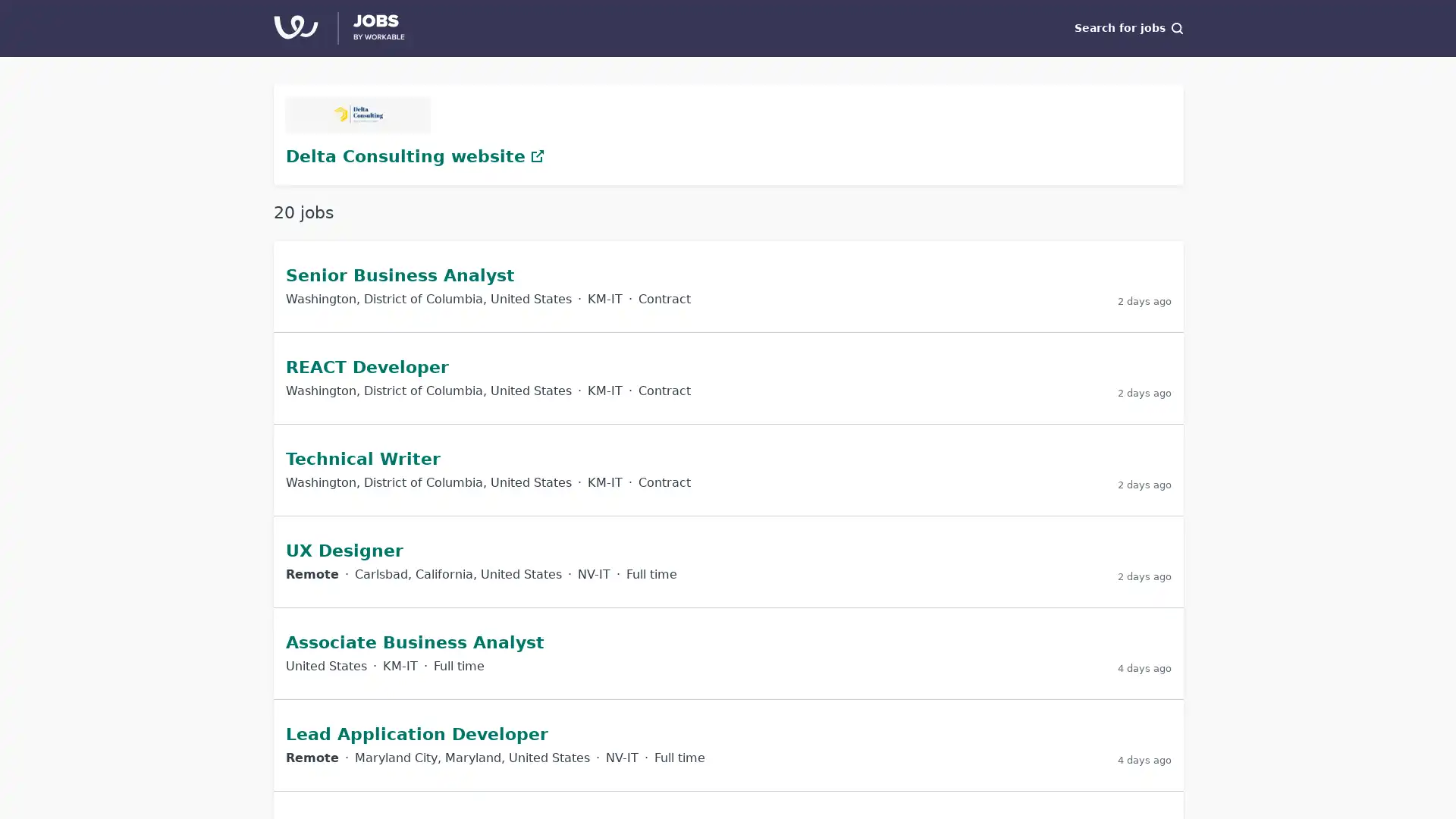 Image resolution: width=1456 pixels, height=819 pixels. What do you see at coordinates (728, 561) in the screenshot?
I see `UX Designer at Delta Consulting` at bounding box center [728, 561].